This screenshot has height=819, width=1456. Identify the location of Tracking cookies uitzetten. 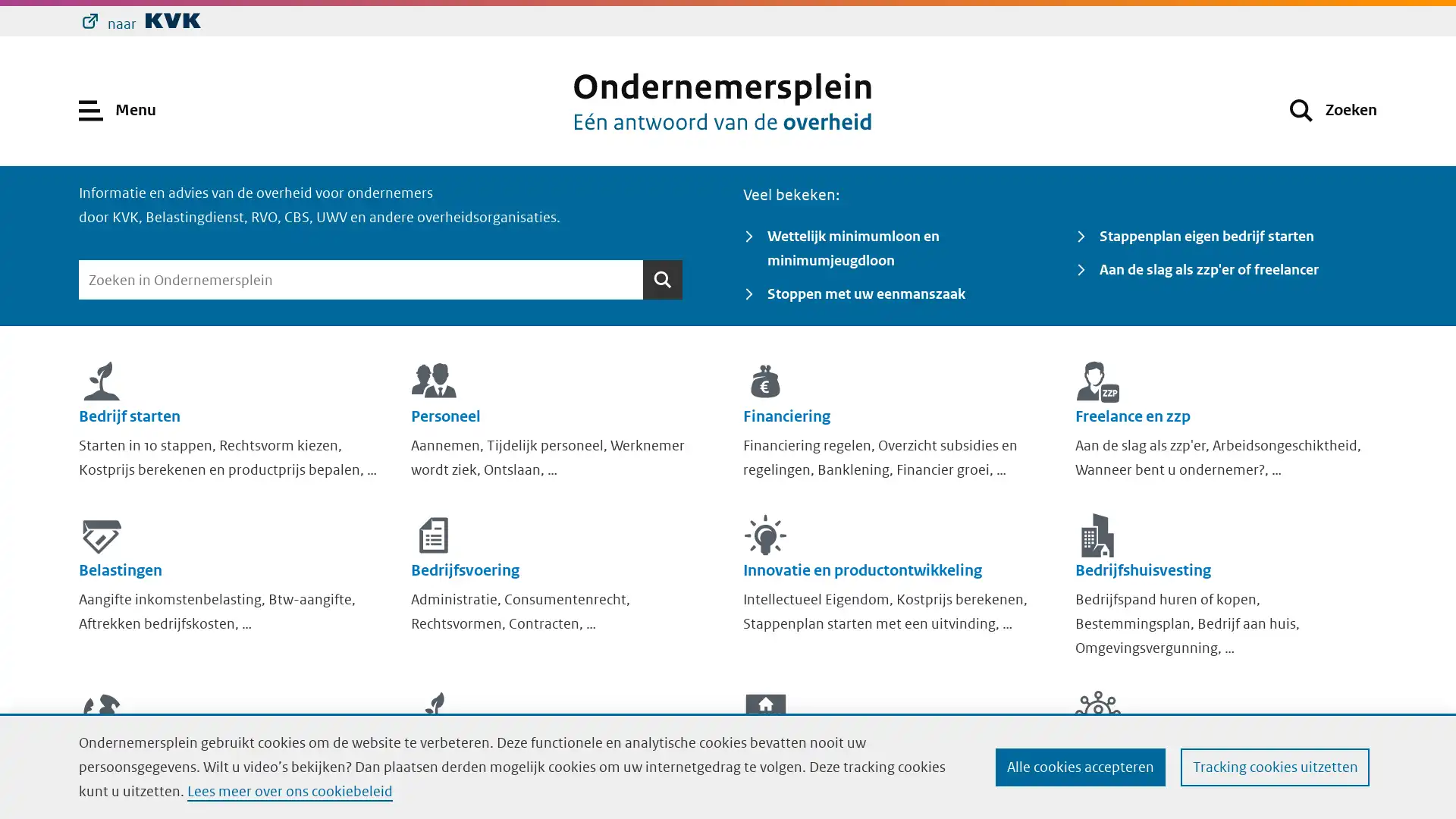
(1274, 767).